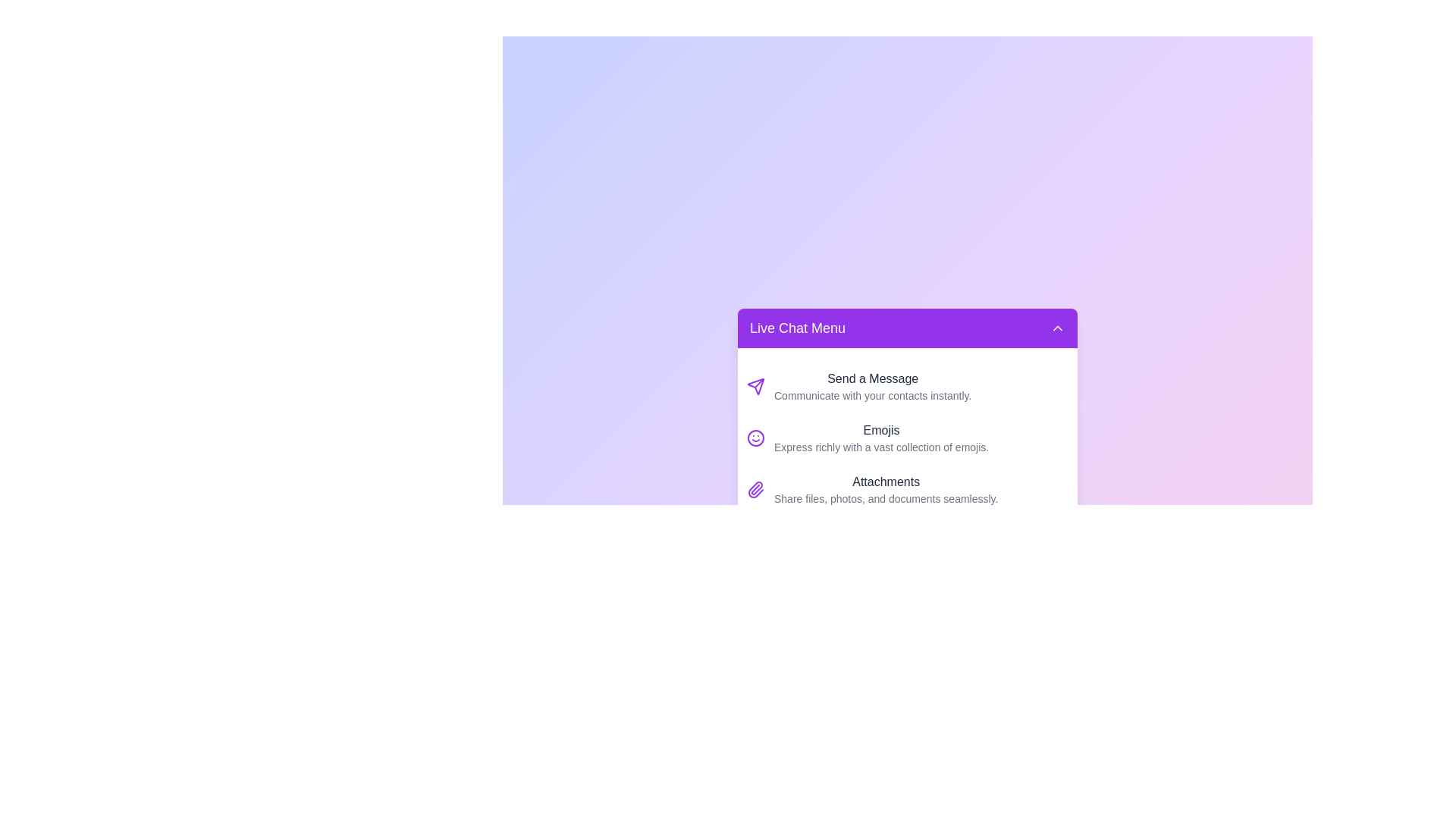 The width and height of the screenshot is (1456, 819). Describe the element at coordinates (907, 385) in the screenshot. I see `the menu item labeled Send a Message to see its hover effect` at that location.